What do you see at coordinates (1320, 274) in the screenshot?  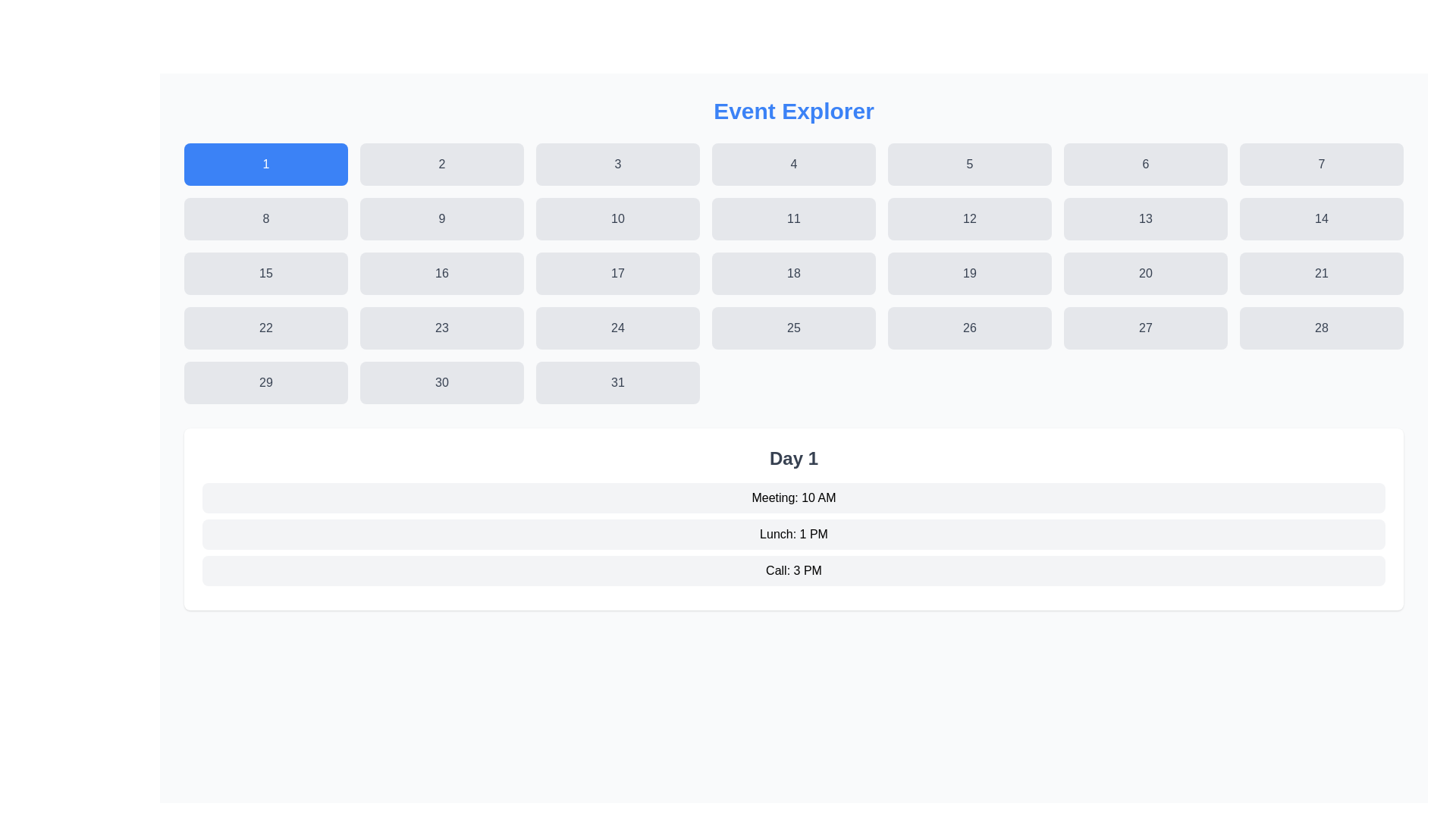 I see `the rectangular button with rounded corners displaying the number '21'` at bounding box center [1320, 274].